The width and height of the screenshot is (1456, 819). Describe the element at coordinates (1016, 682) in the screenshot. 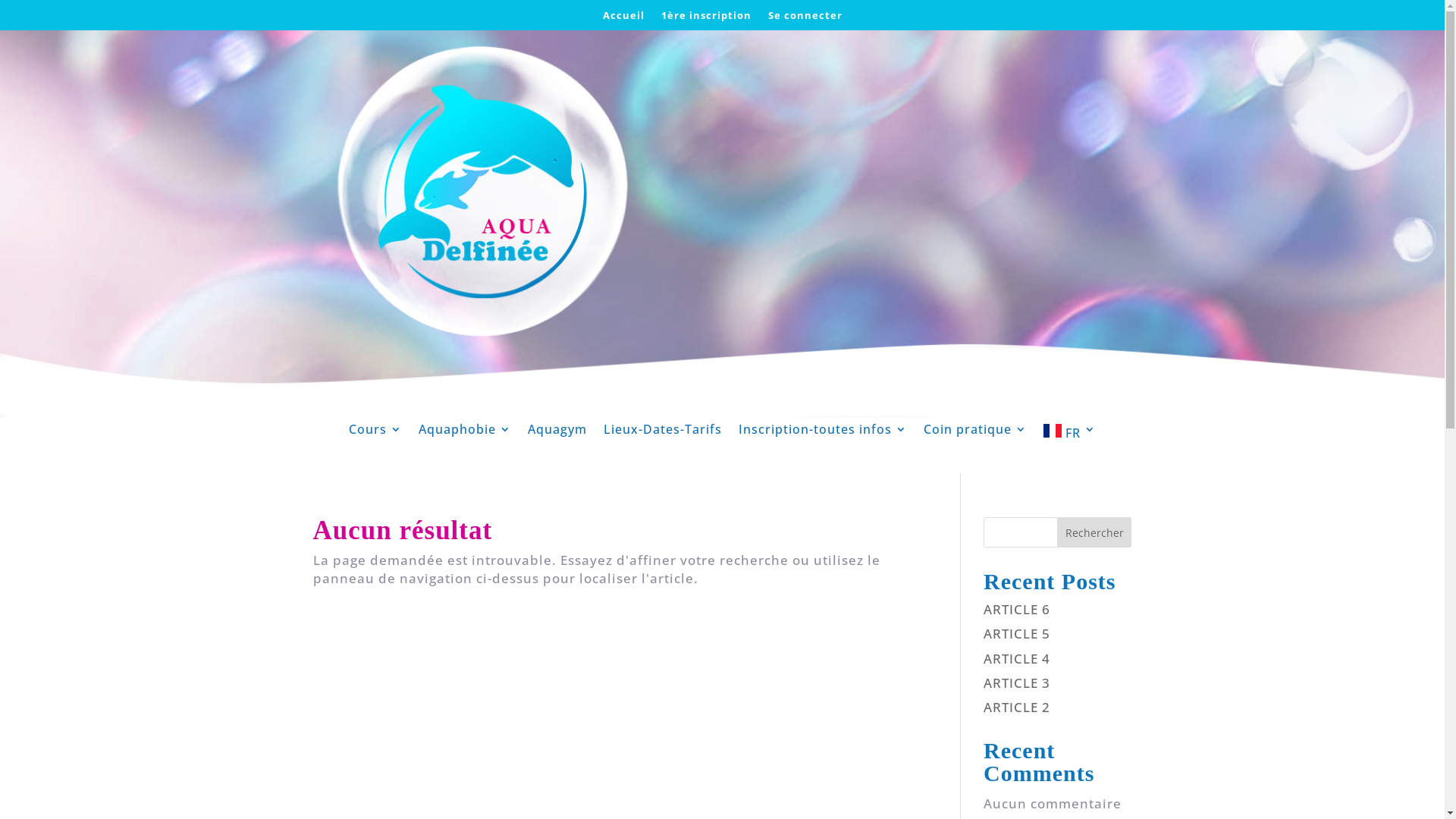

I see `'ARTICLE 3'` at that location.